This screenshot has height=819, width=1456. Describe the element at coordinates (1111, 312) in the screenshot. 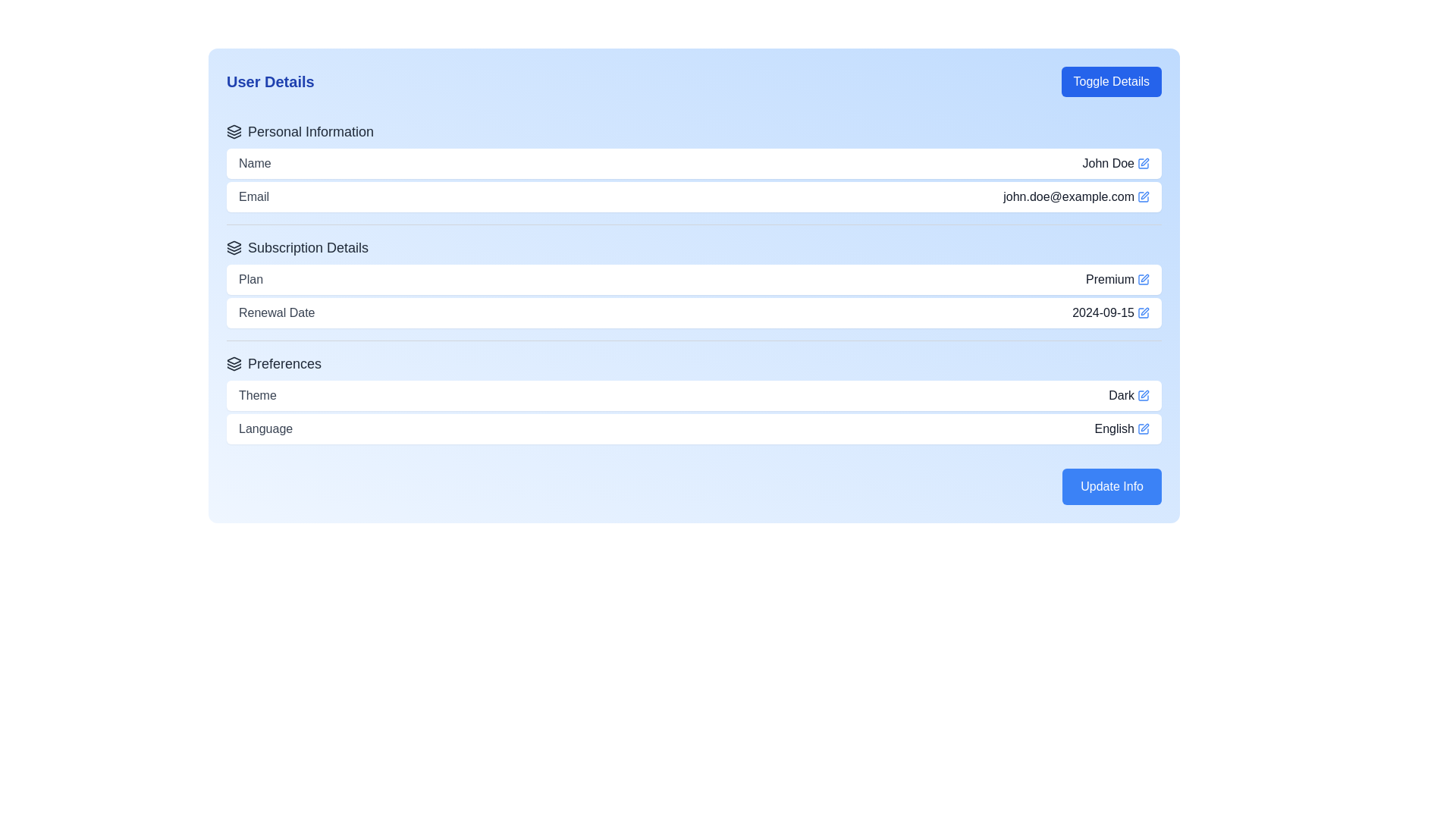

I see `the bold date text '2024-09-15' located in the 'Renewal Date' row of the 'Subscription Details' section` at that location.